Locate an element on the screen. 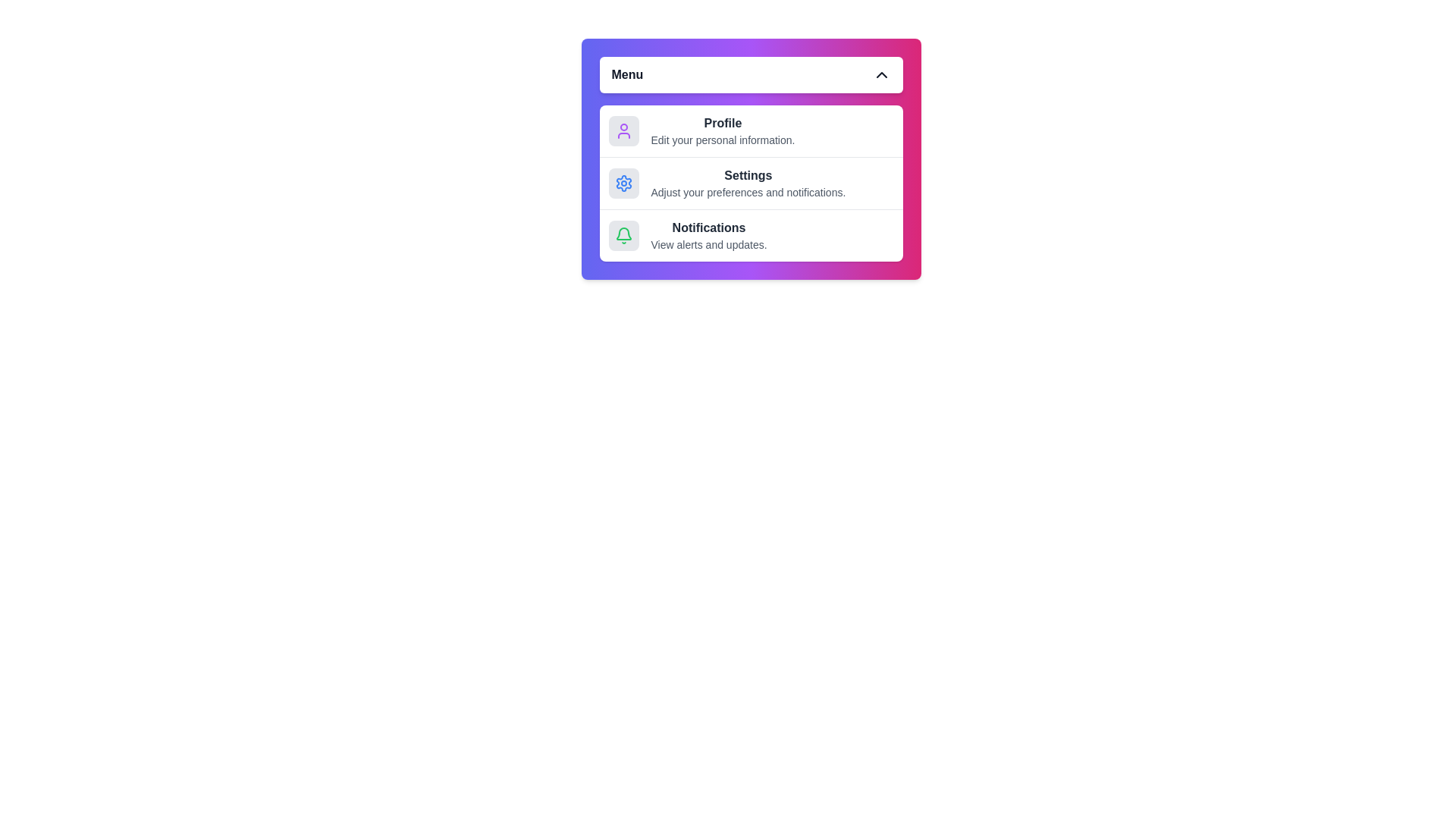  the menu item Notifications is located at coordinates (751, 235).